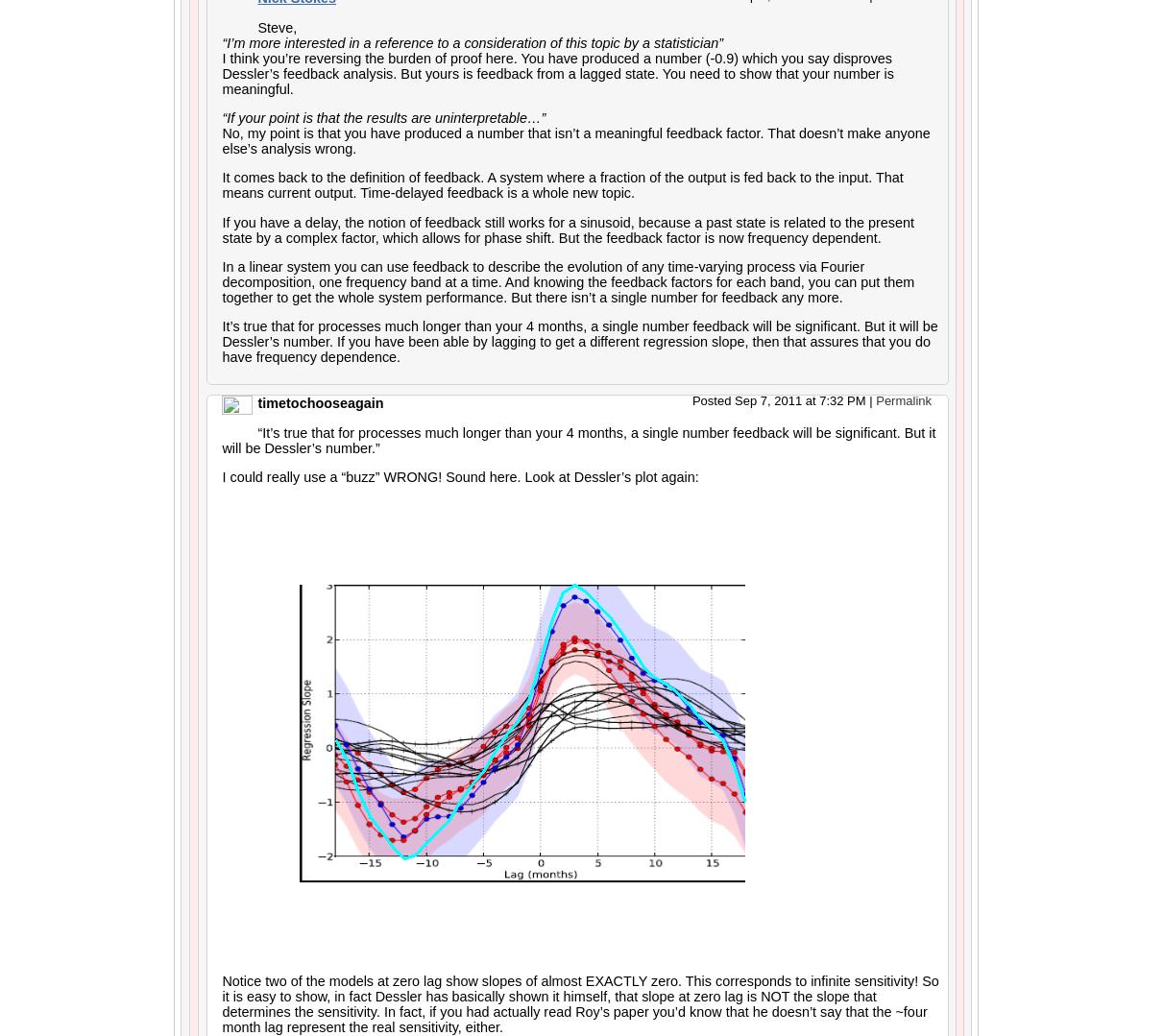 This screenshot has width=1164, height=1036. Describe the element at coordinates (222, 117) in the screenshot. I see `'“If your point is that the results are uninterpretable…”'` at that location.